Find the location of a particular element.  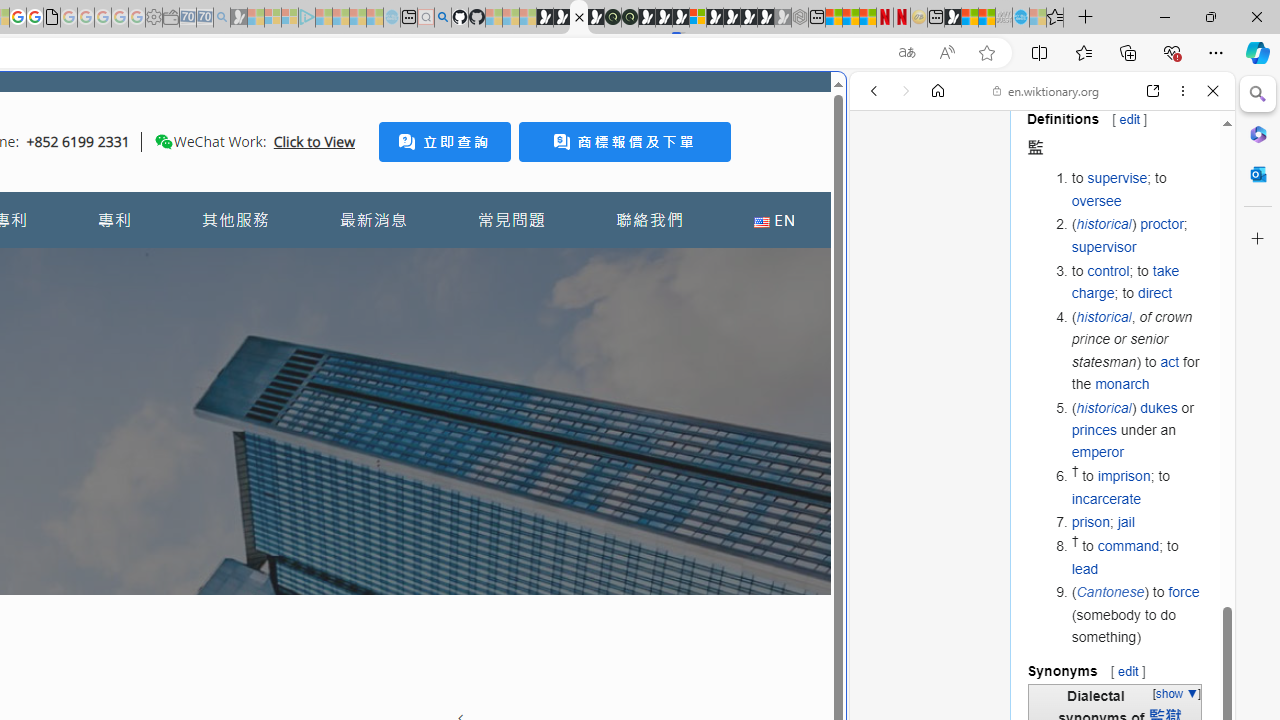

'Wiktionary' is located at coordinates (1034, 669).